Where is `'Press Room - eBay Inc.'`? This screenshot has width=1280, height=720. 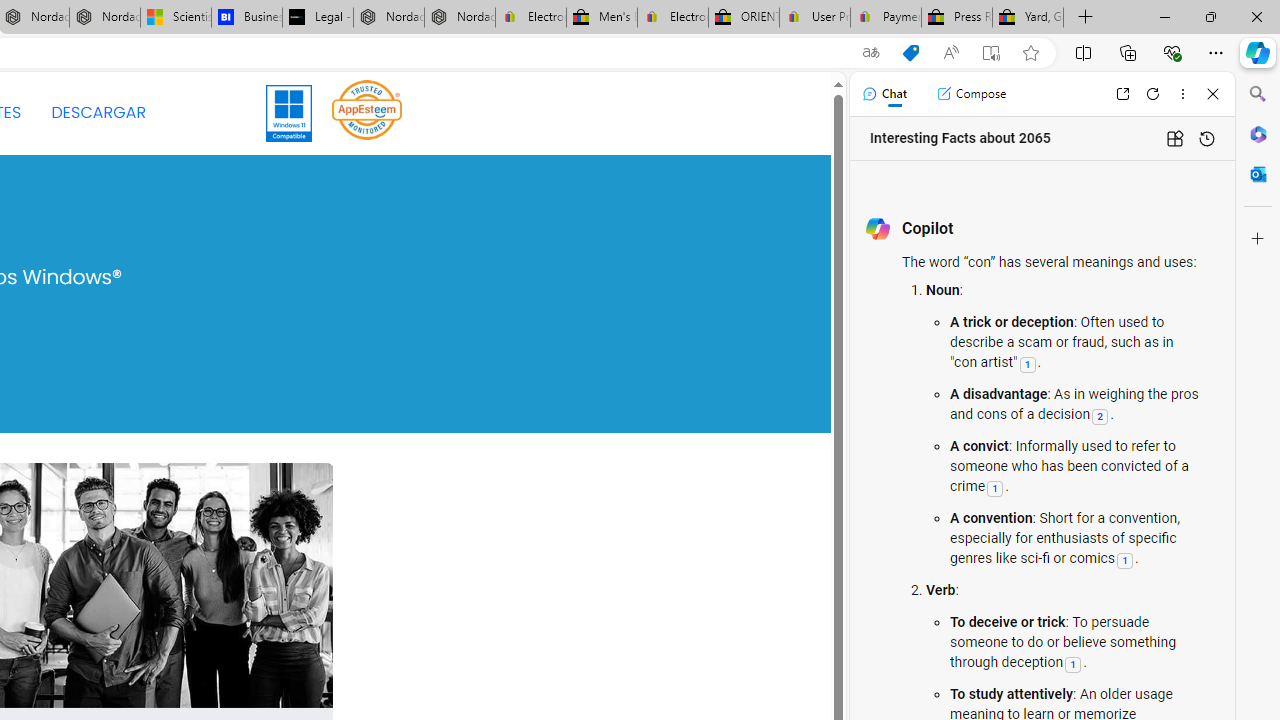 'Press Room - eBay Inc.' is located at coordinates (955, 17).